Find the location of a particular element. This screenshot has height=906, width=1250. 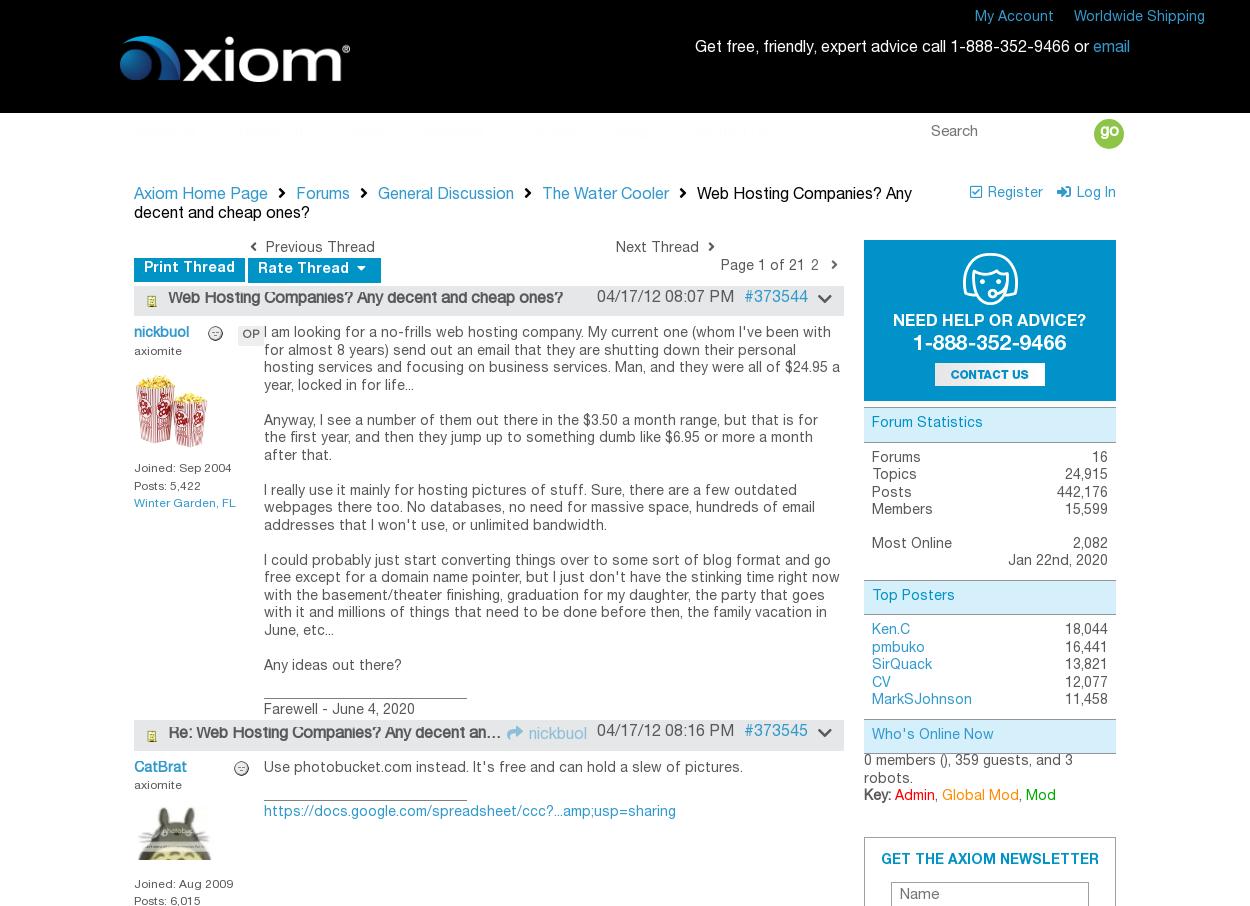

'Get The Axiom Newsletter' is located at coordinates (988, 858).